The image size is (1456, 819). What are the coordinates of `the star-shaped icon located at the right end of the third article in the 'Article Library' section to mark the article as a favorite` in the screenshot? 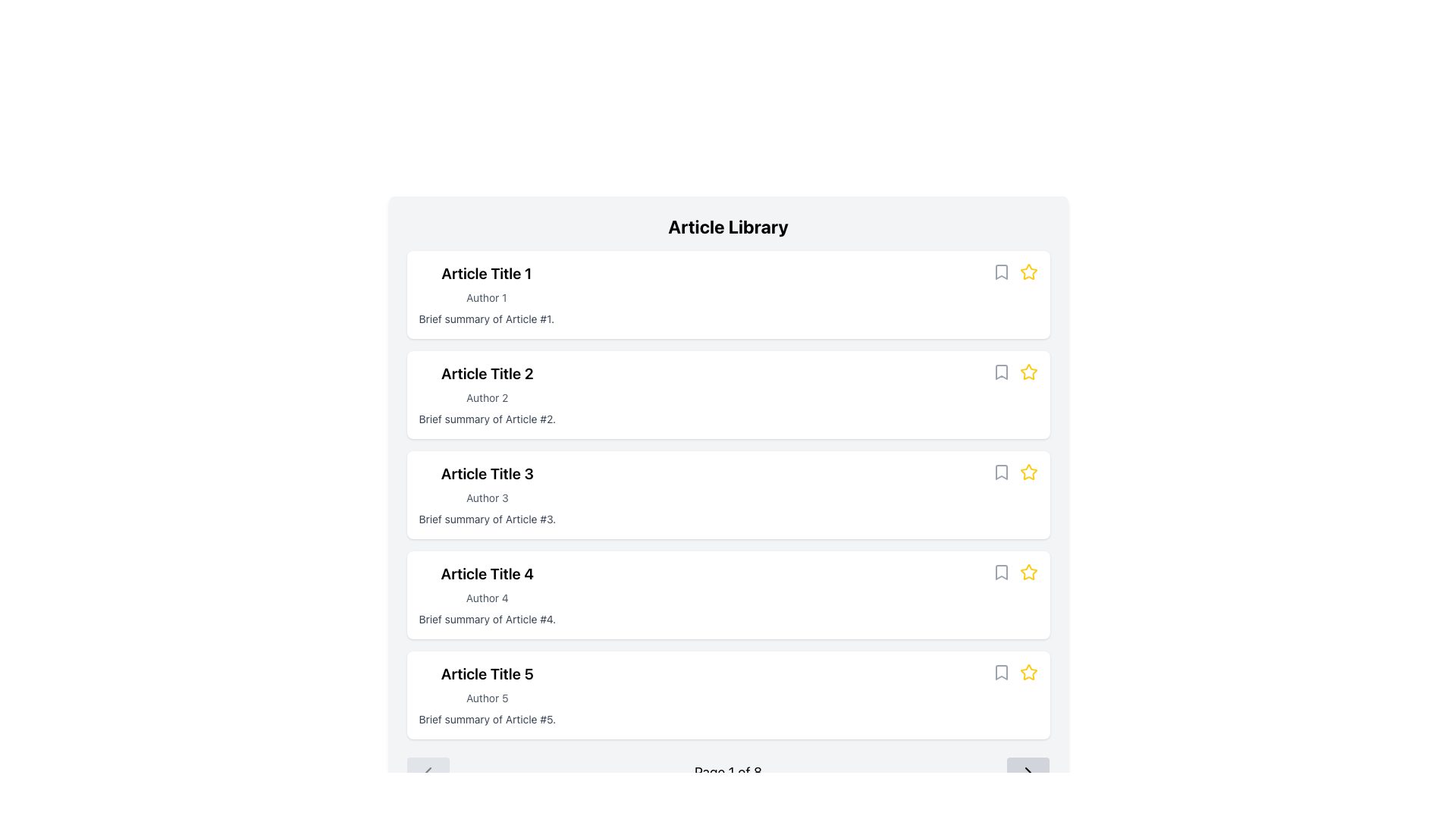 It's located at (1028, 372).